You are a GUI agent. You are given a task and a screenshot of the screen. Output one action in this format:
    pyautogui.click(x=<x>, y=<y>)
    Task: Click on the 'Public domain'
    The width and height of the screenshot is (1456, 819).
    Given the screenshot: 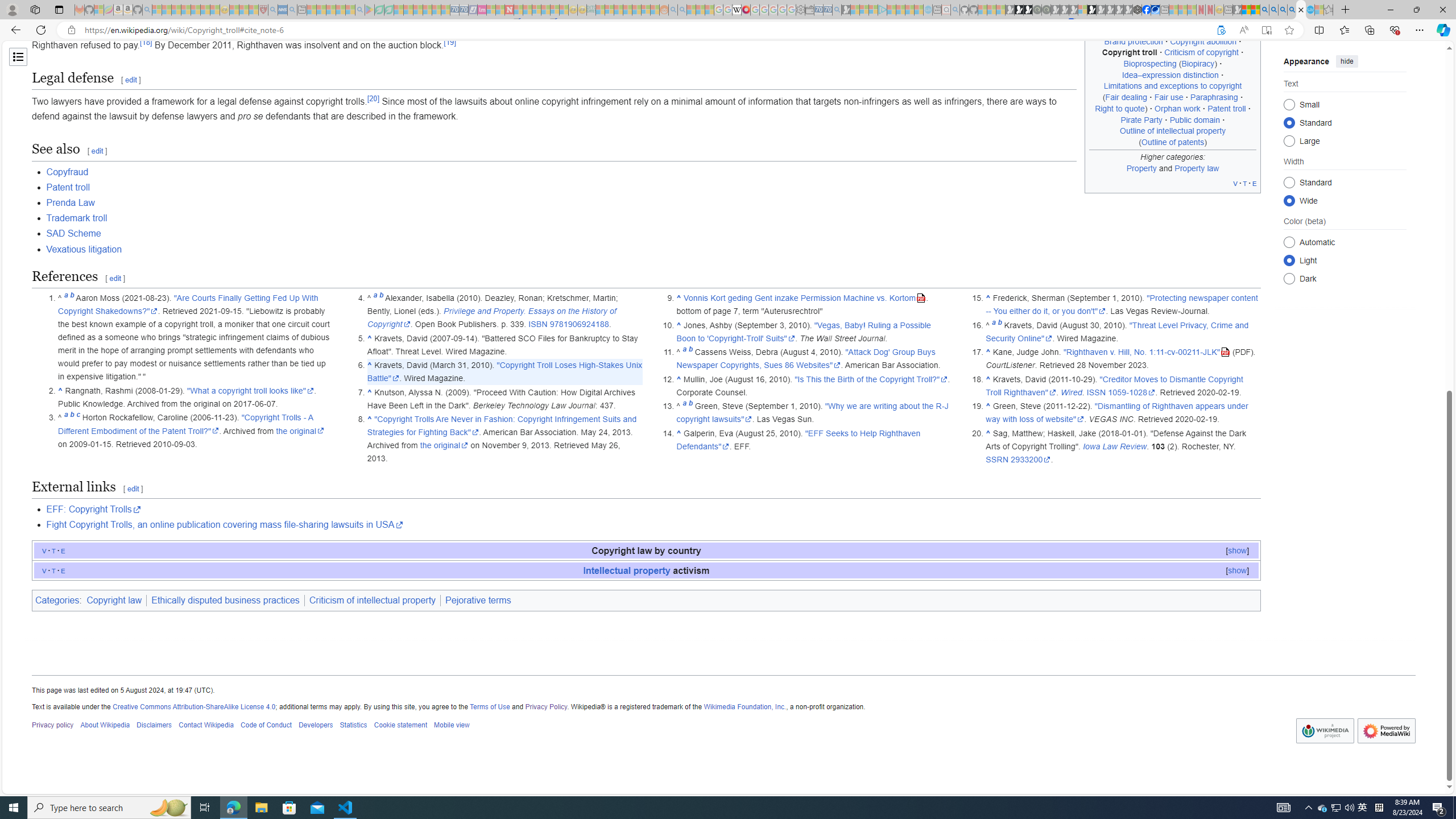 What is the action you would take?
    pyautogui.click(x=1194, y=119)
    